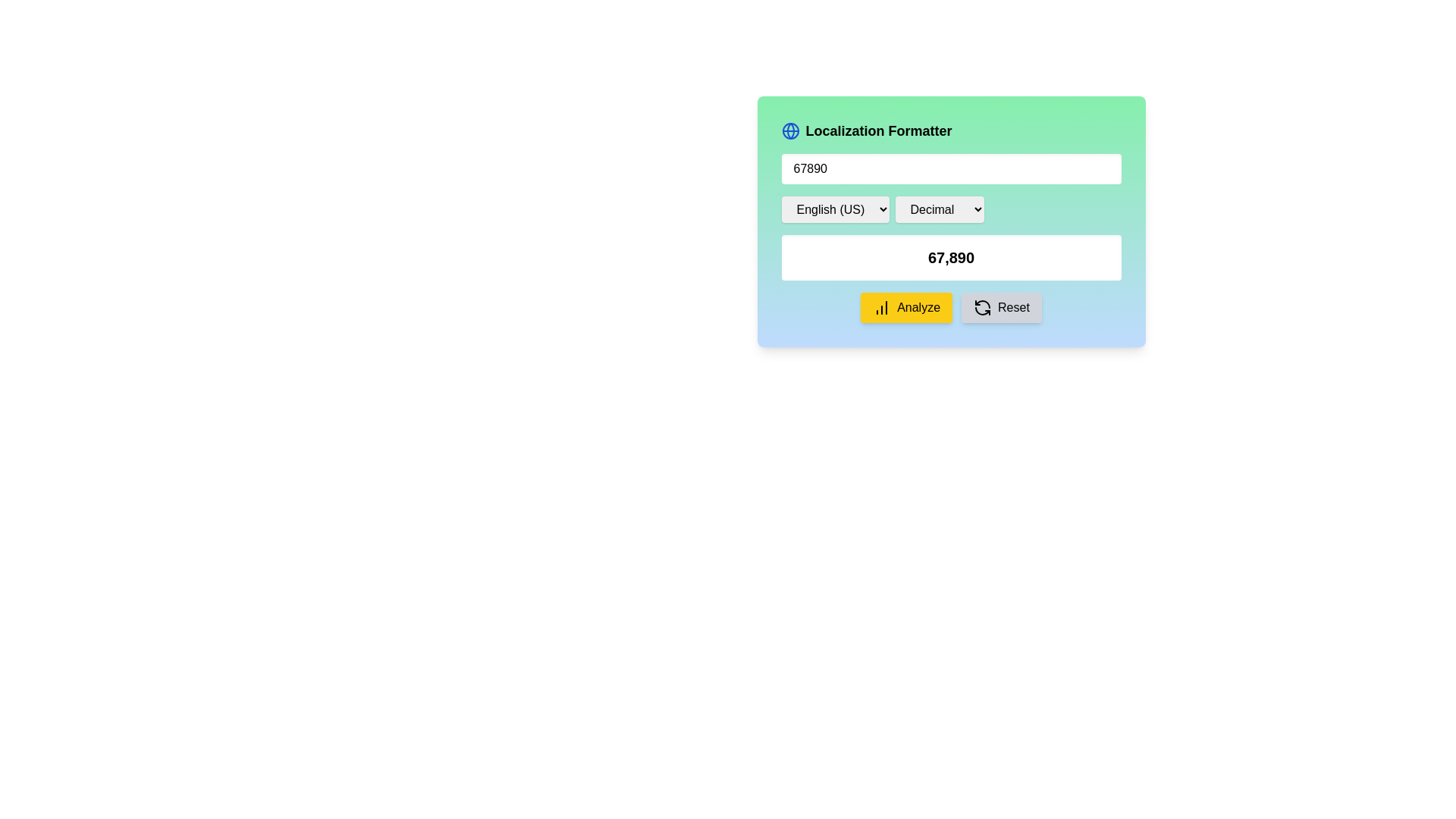 The width and height of the screenshot is (1456, 819). I want to click on the 'Analyze' button, which is a rectangular button with a yellow background and a bar chart icon, so click(906, 307).